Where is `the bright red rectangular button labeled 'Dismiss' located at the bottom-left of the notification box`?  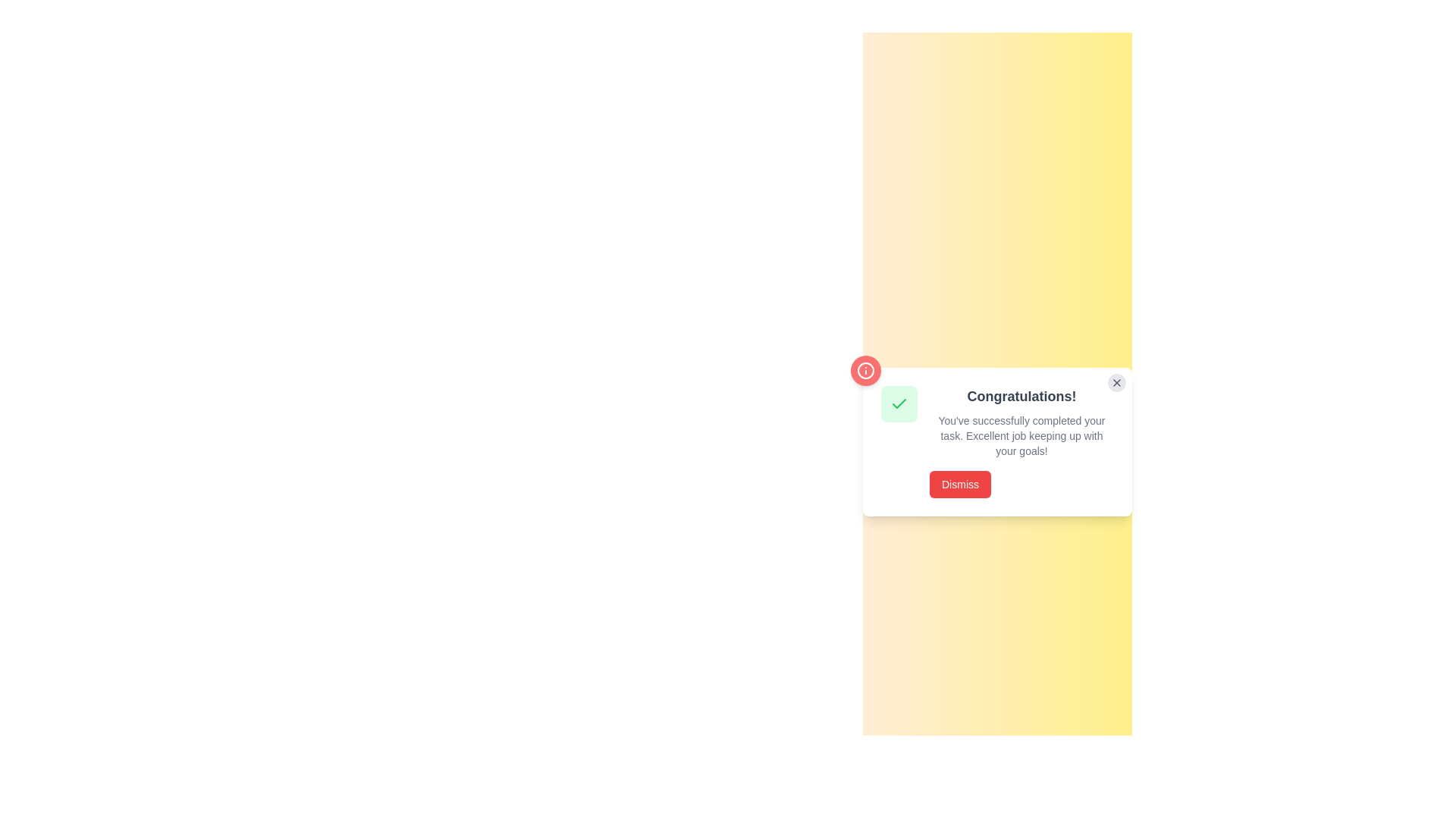
the bright red rectangular button labeled 'Dismiss' located at the bottom-left of the notification box is located at coordinates (1021, 485).